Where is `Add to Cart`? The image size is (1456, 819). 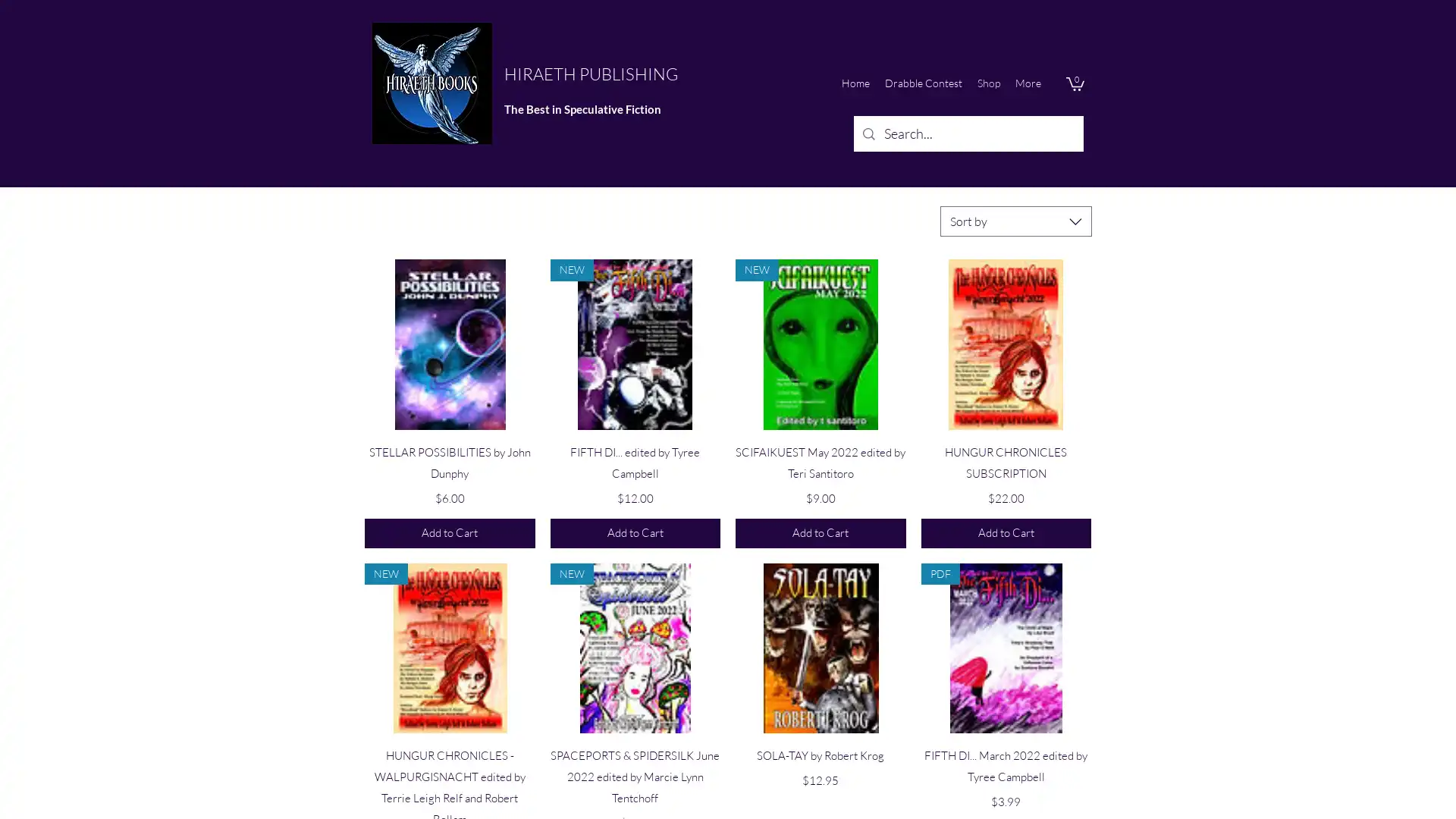
Add to Cart is located at coordinates (819, 532).